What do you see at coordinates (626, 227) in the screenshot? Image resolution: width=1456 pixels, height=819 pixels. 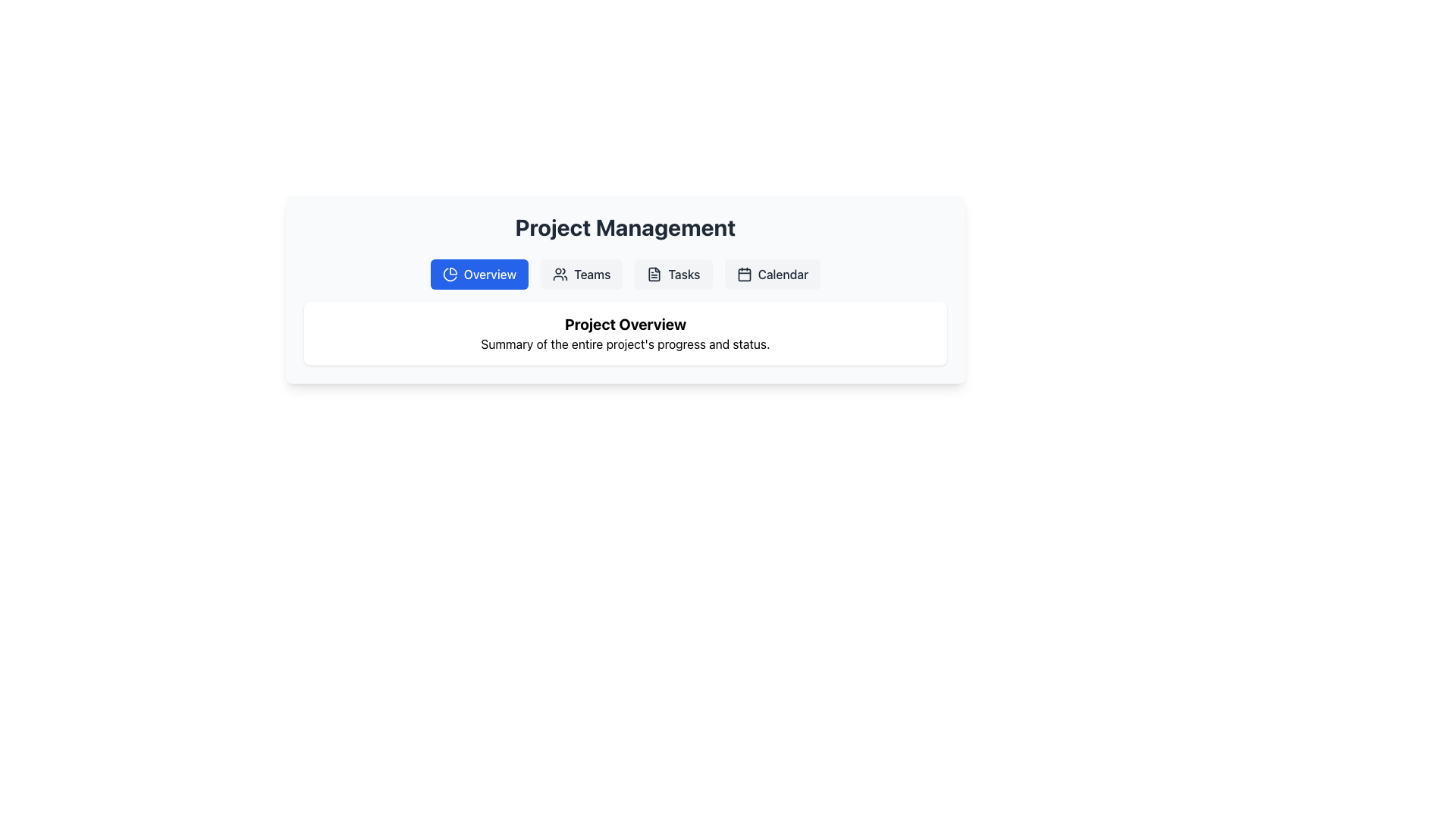 I see `the main header titled 'Project Management', which is centrally located within a gray, rounded rectangle area above the navigation buttons` at bounding box center [626, 227].